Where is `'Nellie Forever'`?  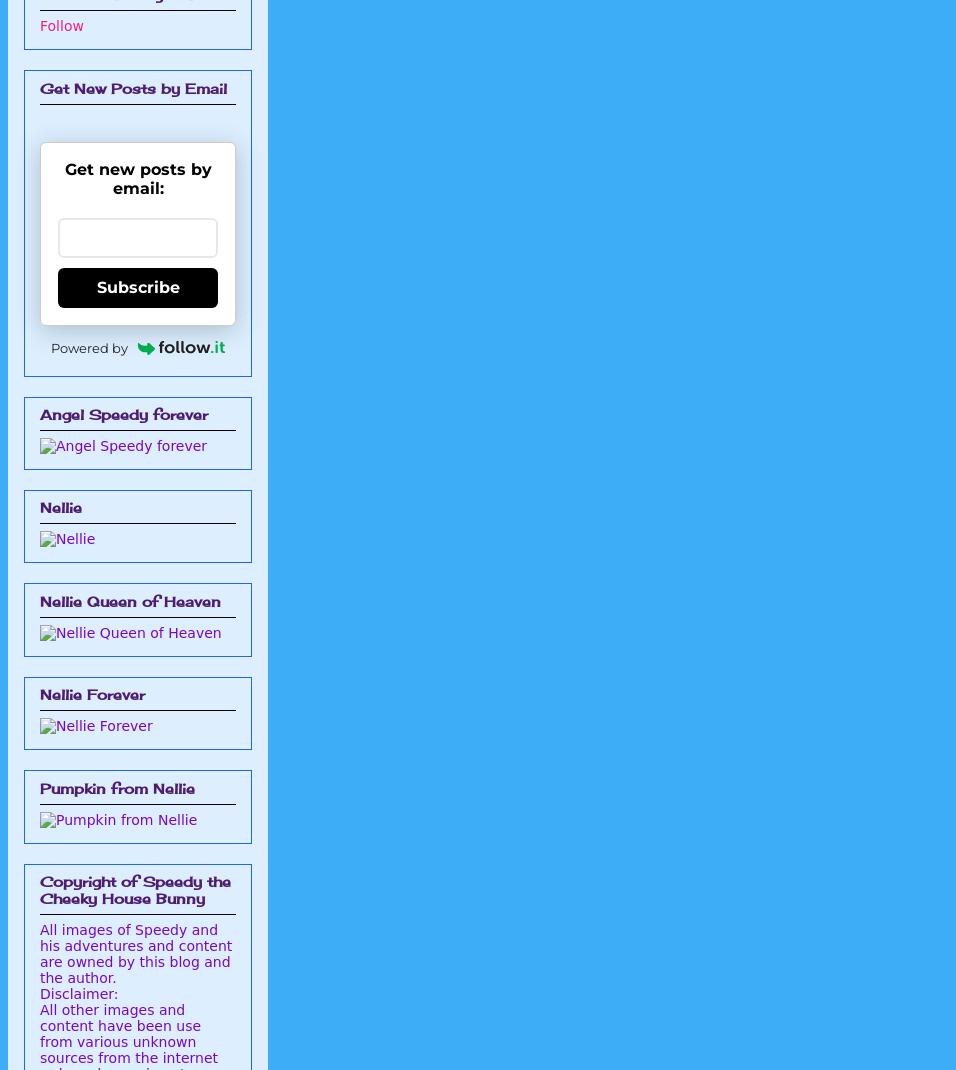 'Nellie Forever' is located at coordinates (91, 694).